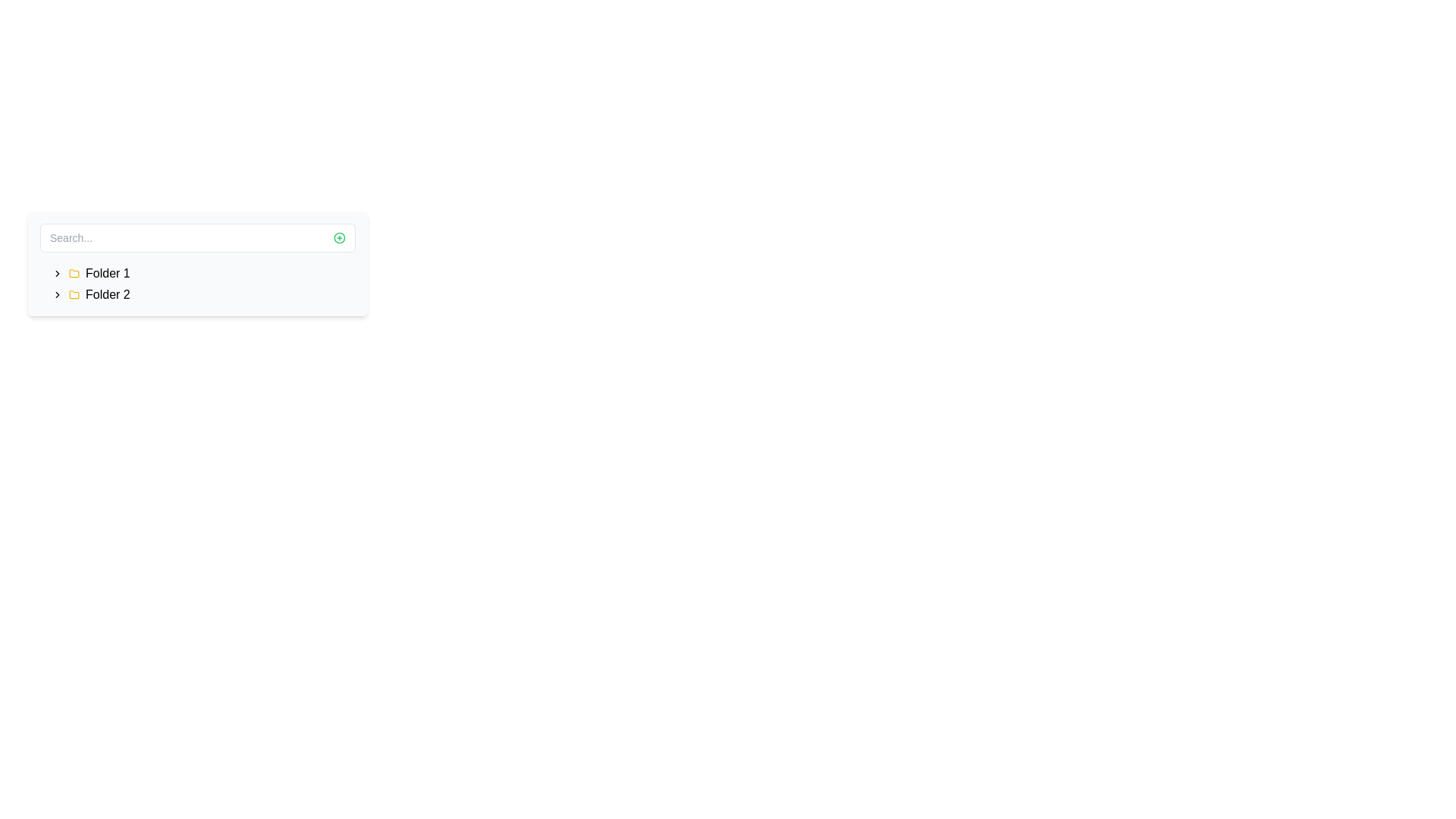  Describe the element at coordinates (107, 274) in the screenshot. I see `the text label for 'Folder 1'` at that location.